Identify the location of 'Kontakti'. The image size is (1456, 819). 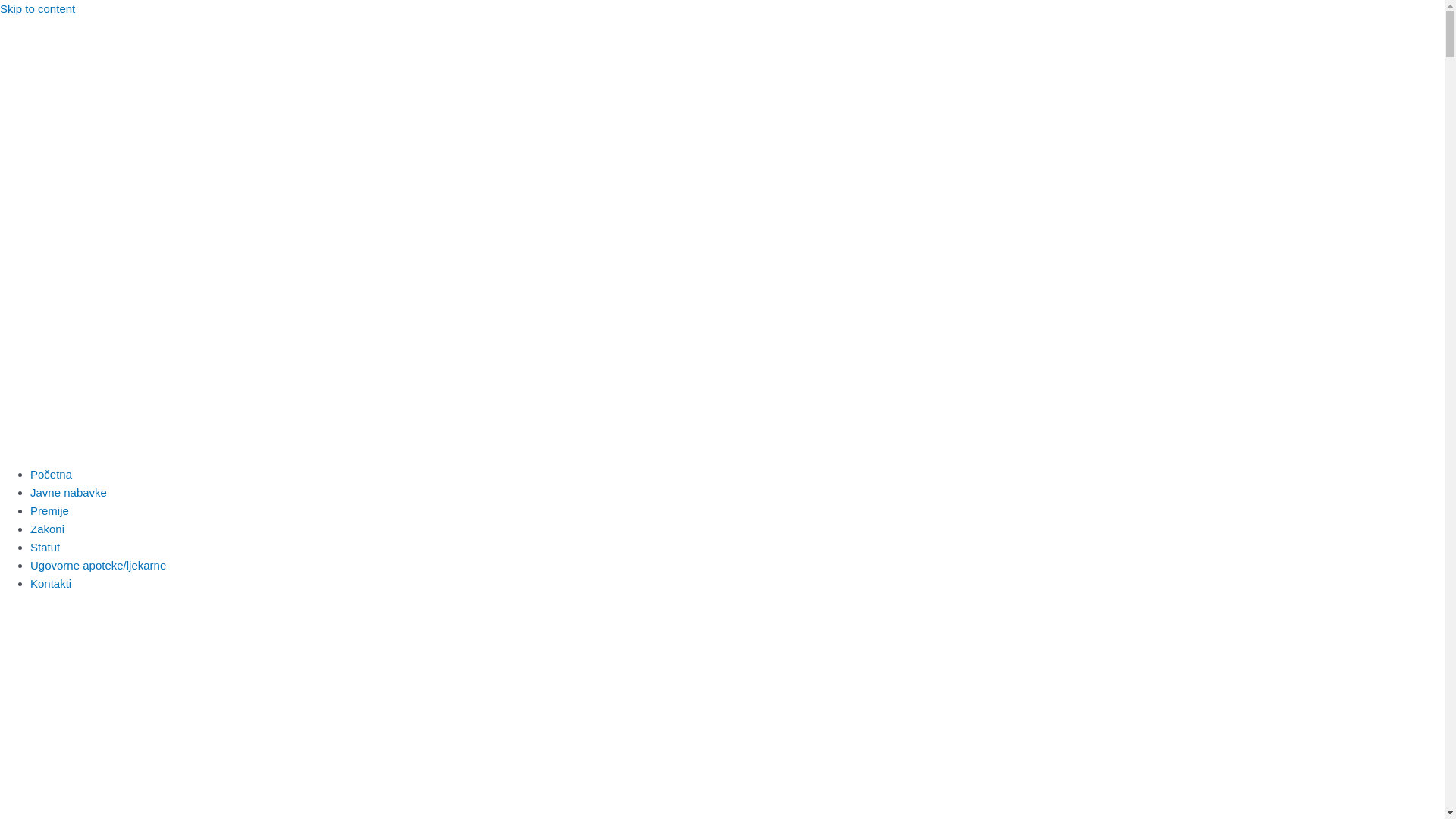
(51, 582).